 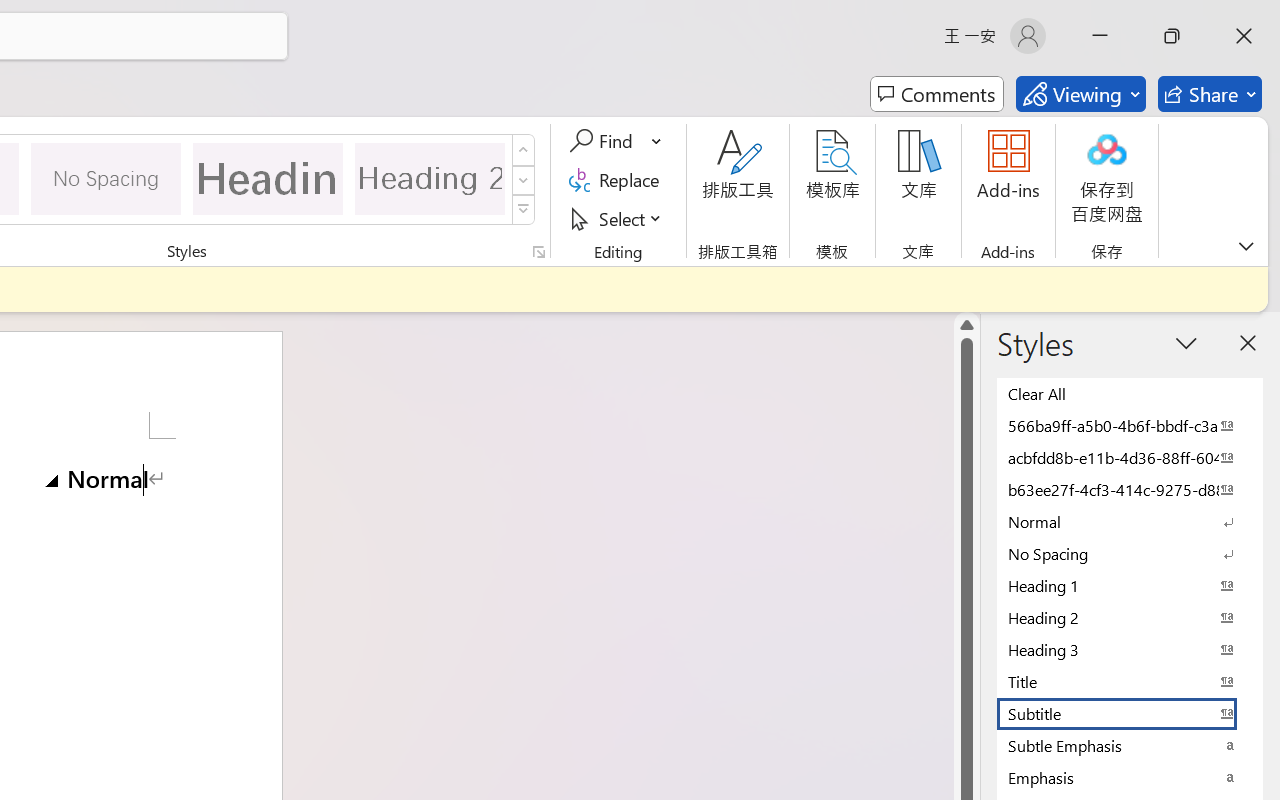 What do you see at coordinates (616, 179) in the screenshot?
I see `'Replace...'` at bounding box center [616, 179].